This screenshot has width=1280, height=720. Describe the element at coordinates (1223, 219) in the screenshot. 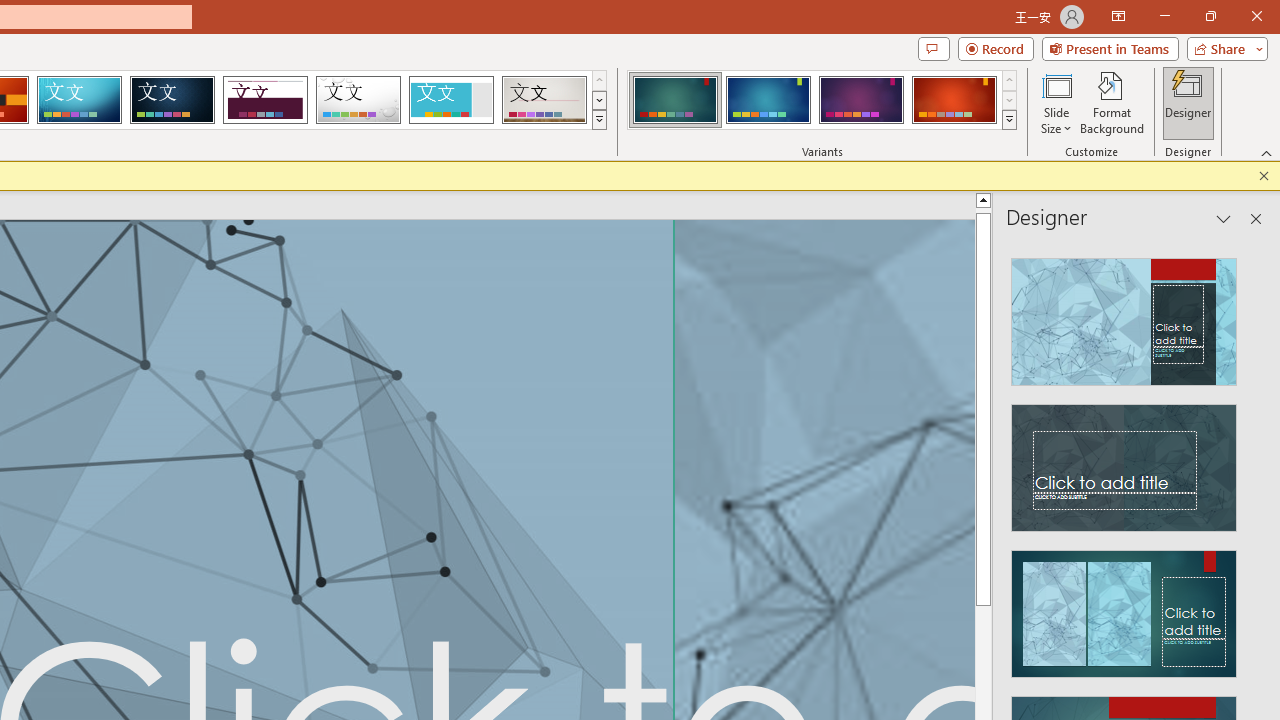

I see `'Task Pane Options'` at that location.